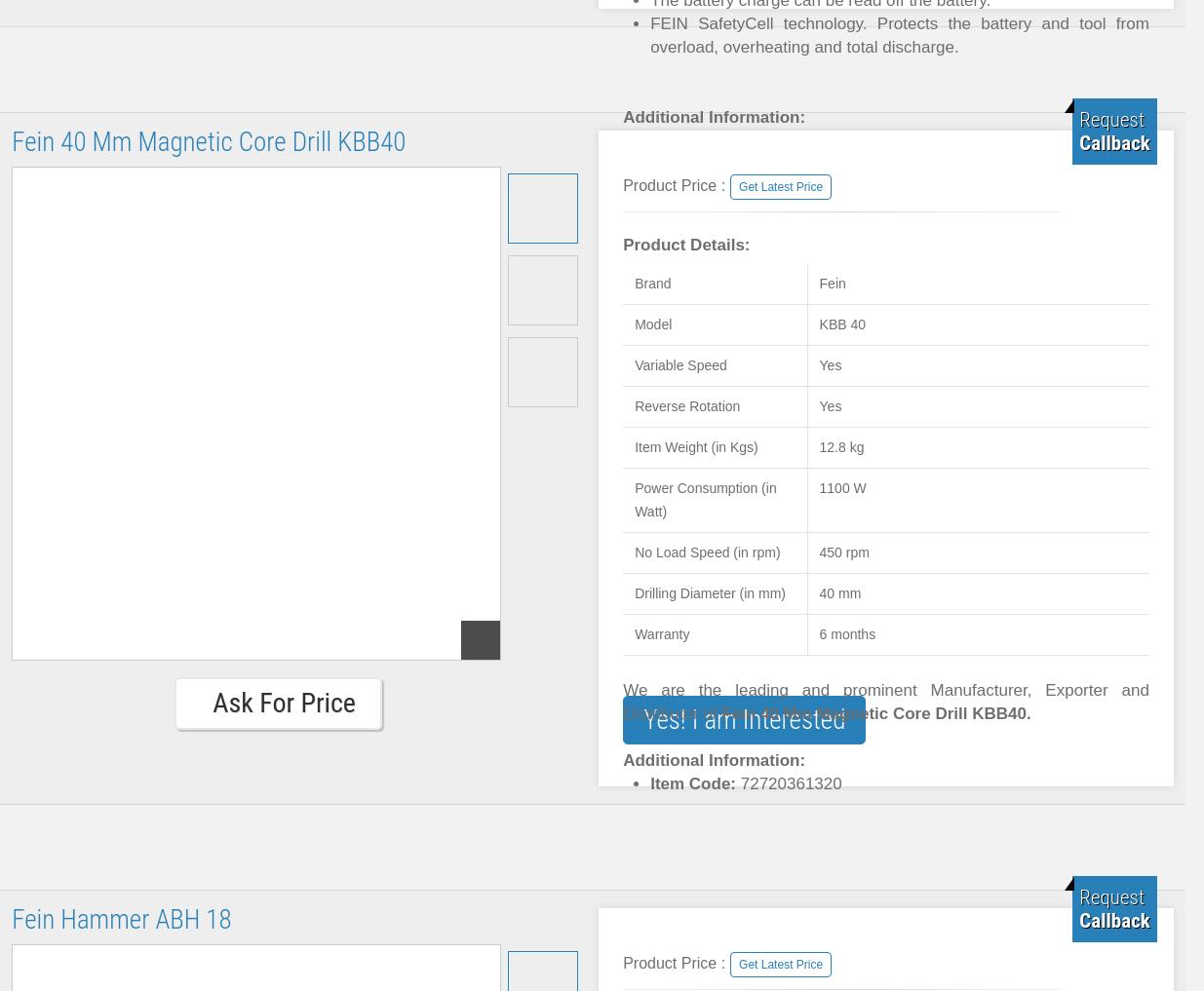 The image size is (1204, 991). Describe the element at coordinates (695, 445) in the screenshot. I see `'Item Weight (in Kgs)'` at that location.